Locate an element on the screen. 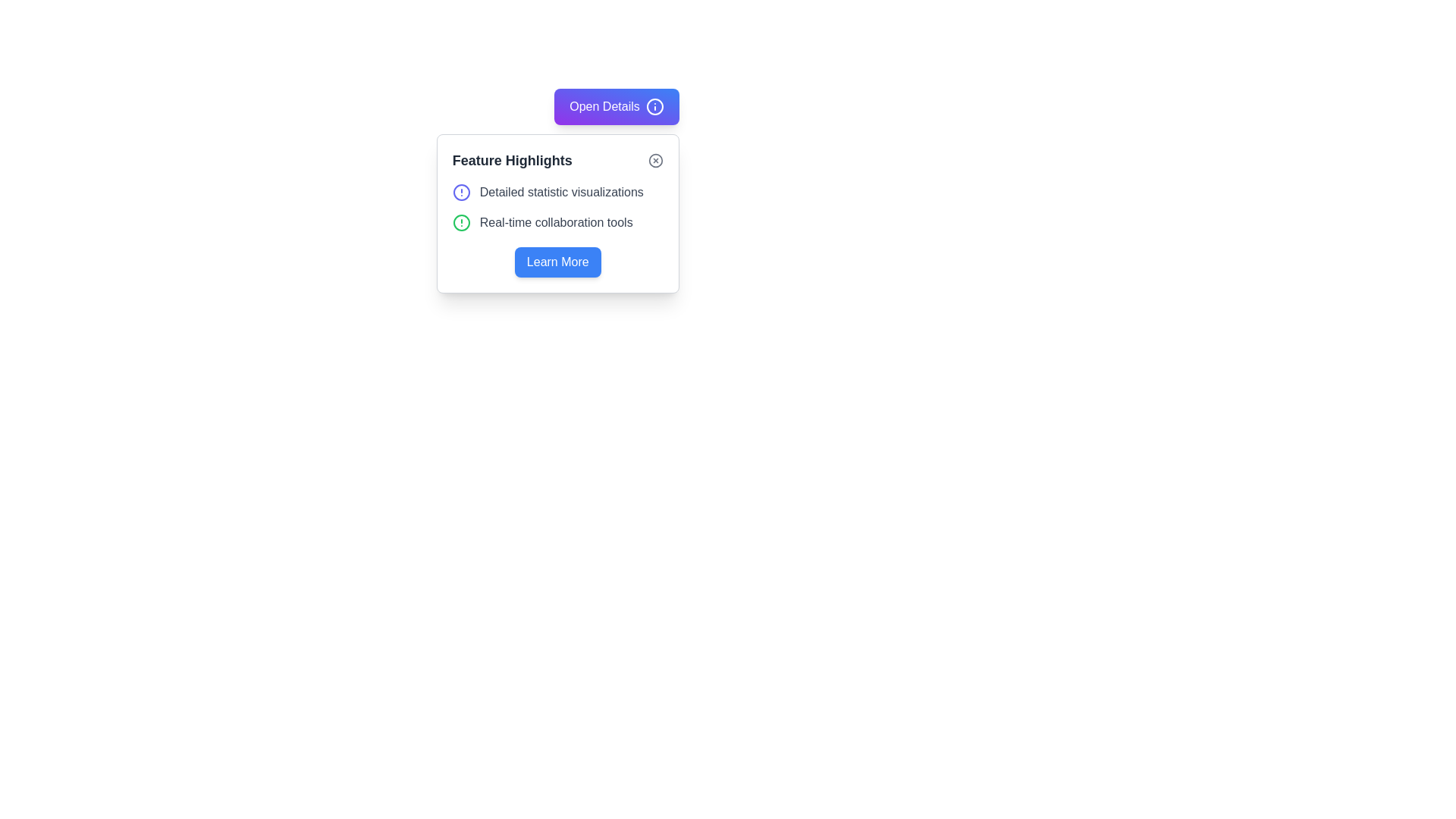 This screenshot has width=1456, height=819. the 'Learn More' button with a blue background and white text, located in the lower portion of the 'Feature Highlights' card is located at coordinates (557, 262).